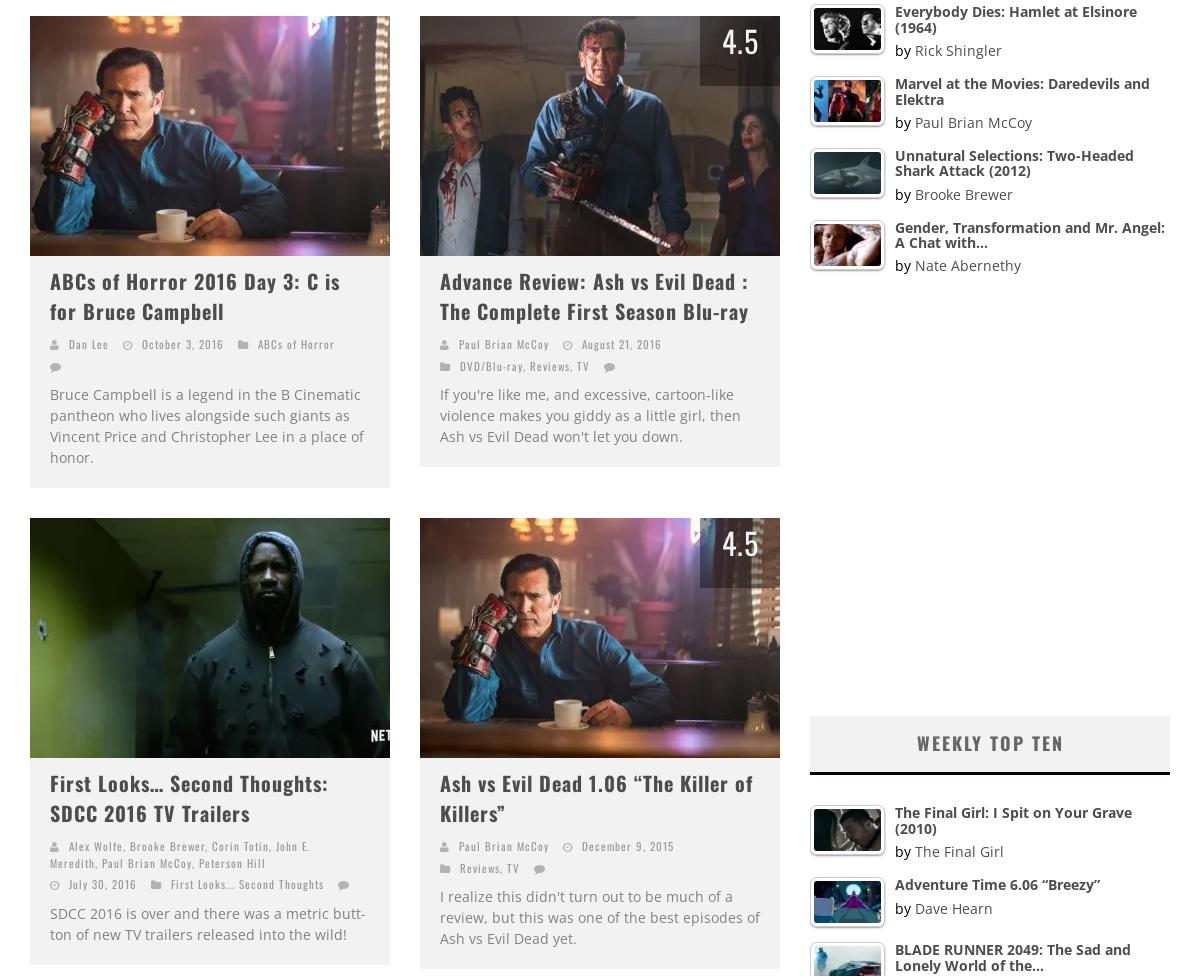  What do you see at coordinates (595, 797) in the screenshot?
I see `'Ash vs Evil Dead 1.06 “The Killer of Killers”'` at bounding box center [595, 797].